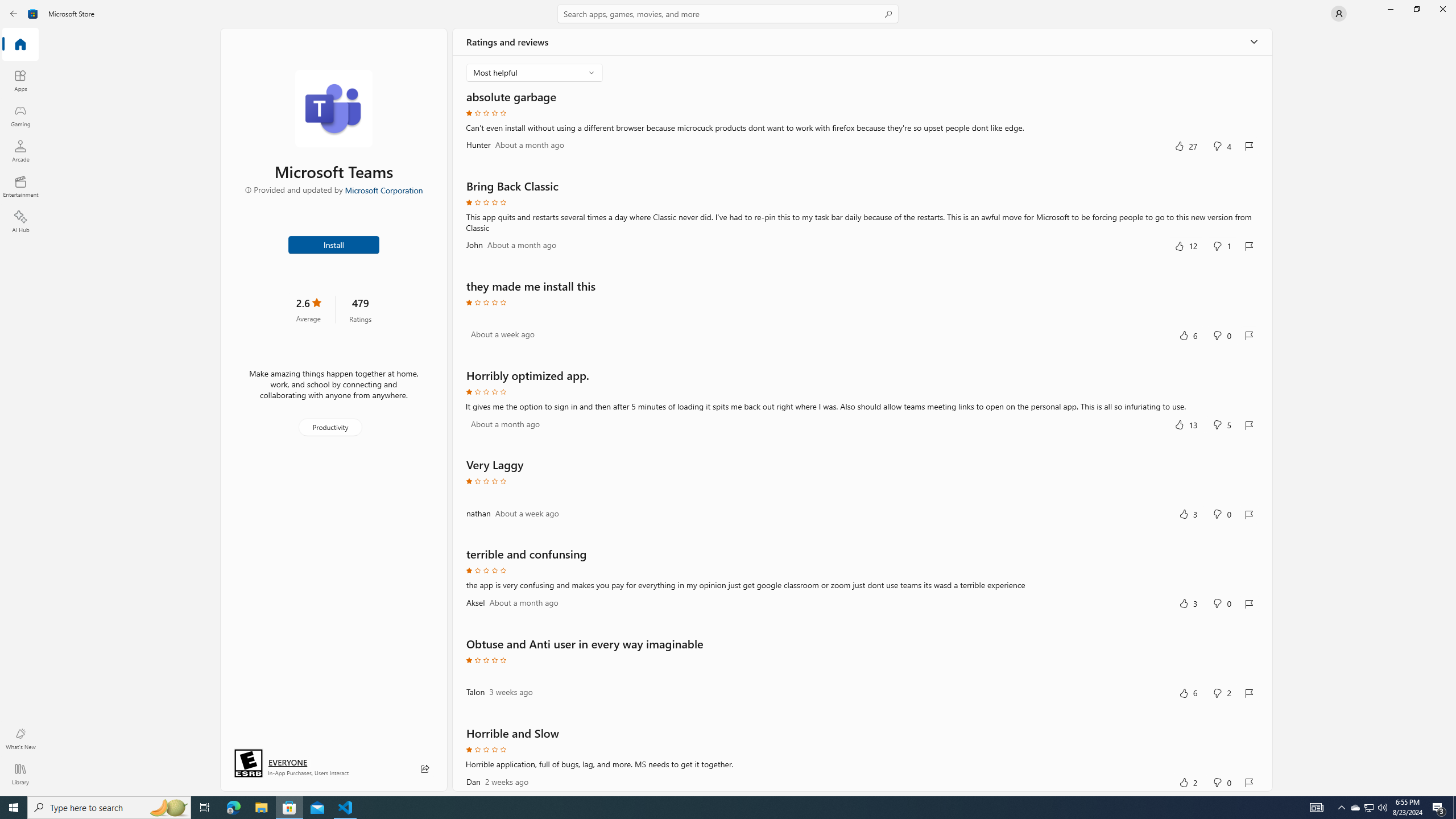 This screenshot has width=1456, height=819. What do you see at coordinates (1185, 146) in the screenshot?
I see `'Yes, this was helpful. 27 votes.'` at bounding box center [1185, 146].